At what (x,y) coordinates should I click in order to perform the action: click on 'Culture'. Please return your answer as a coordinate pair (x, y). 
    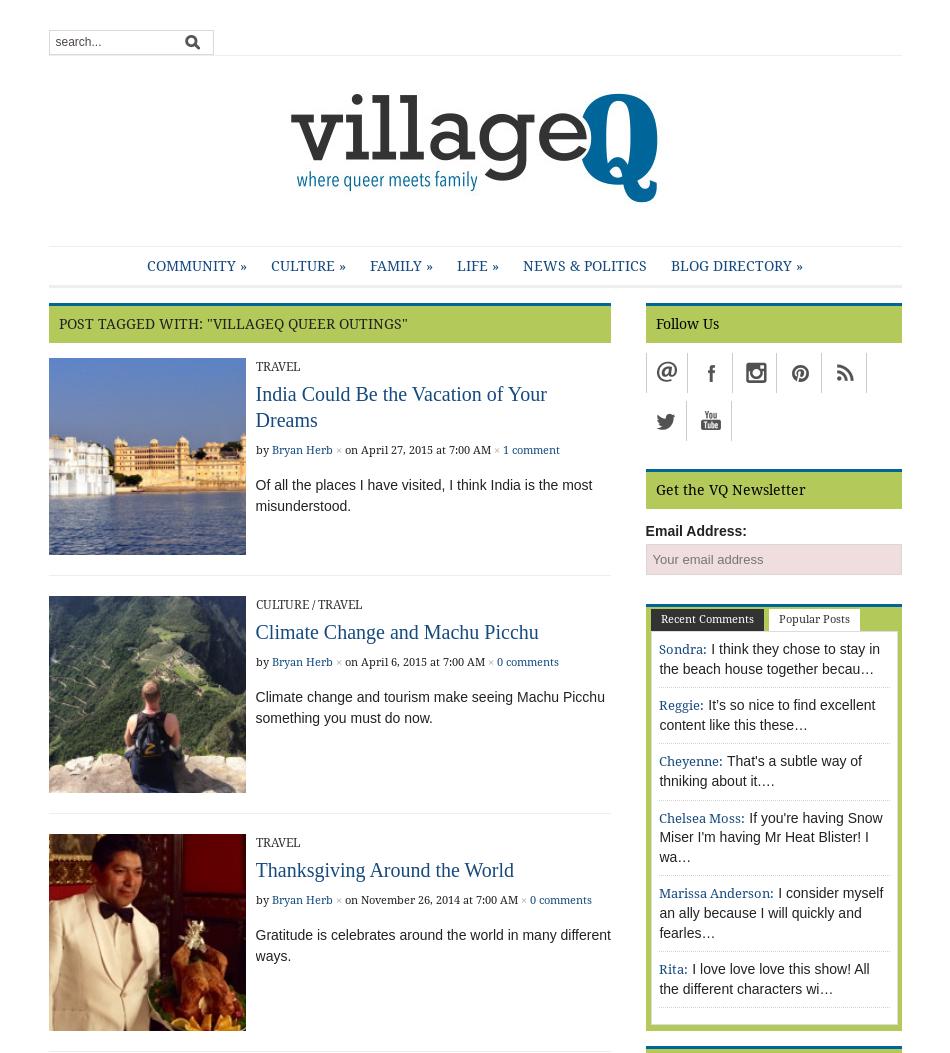
    Looking at the image, I should click on (280, 604).